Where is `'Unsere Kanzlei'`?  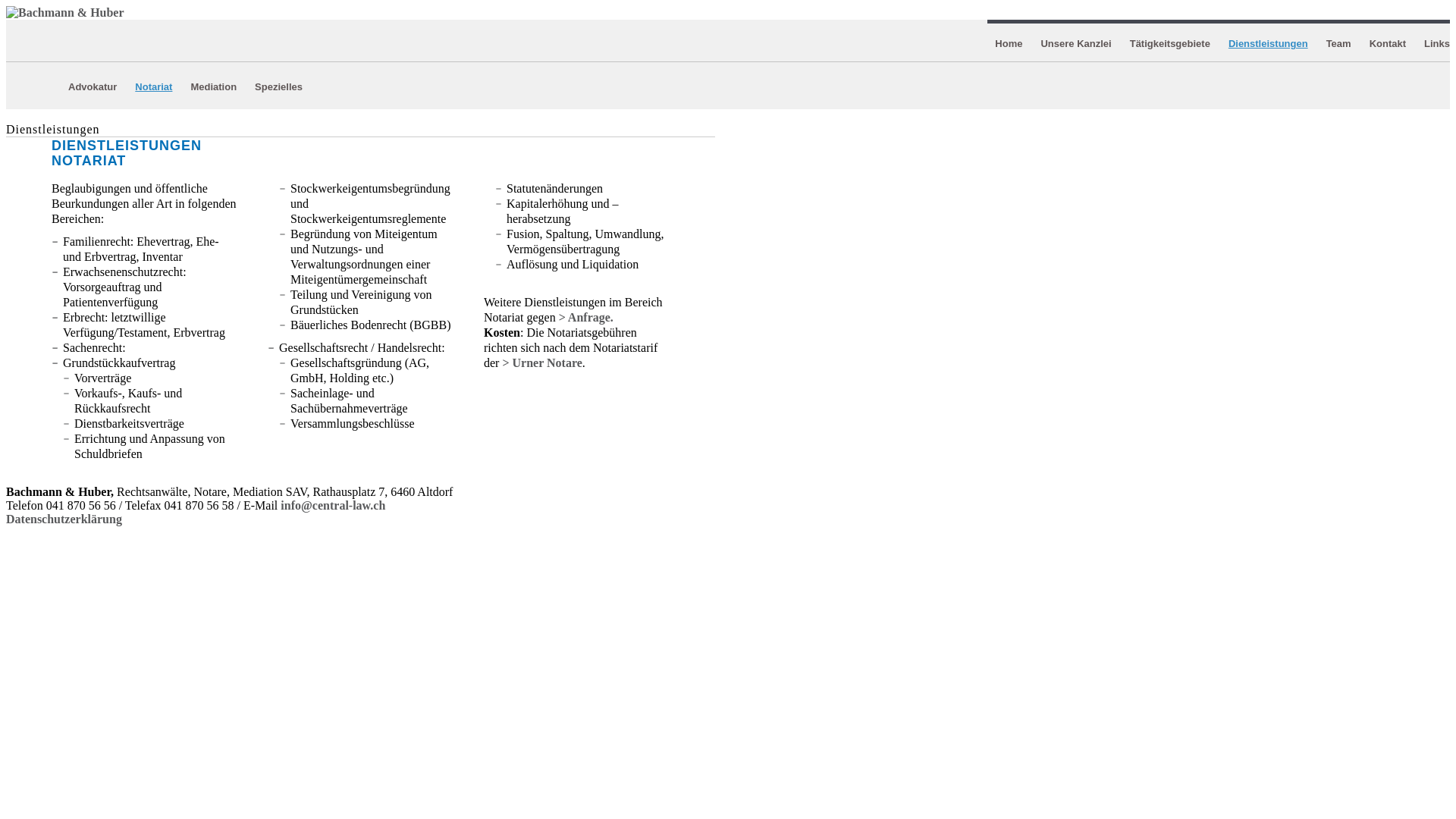 'Unsere Kanzlei' is located at coordinates (1075, 42).